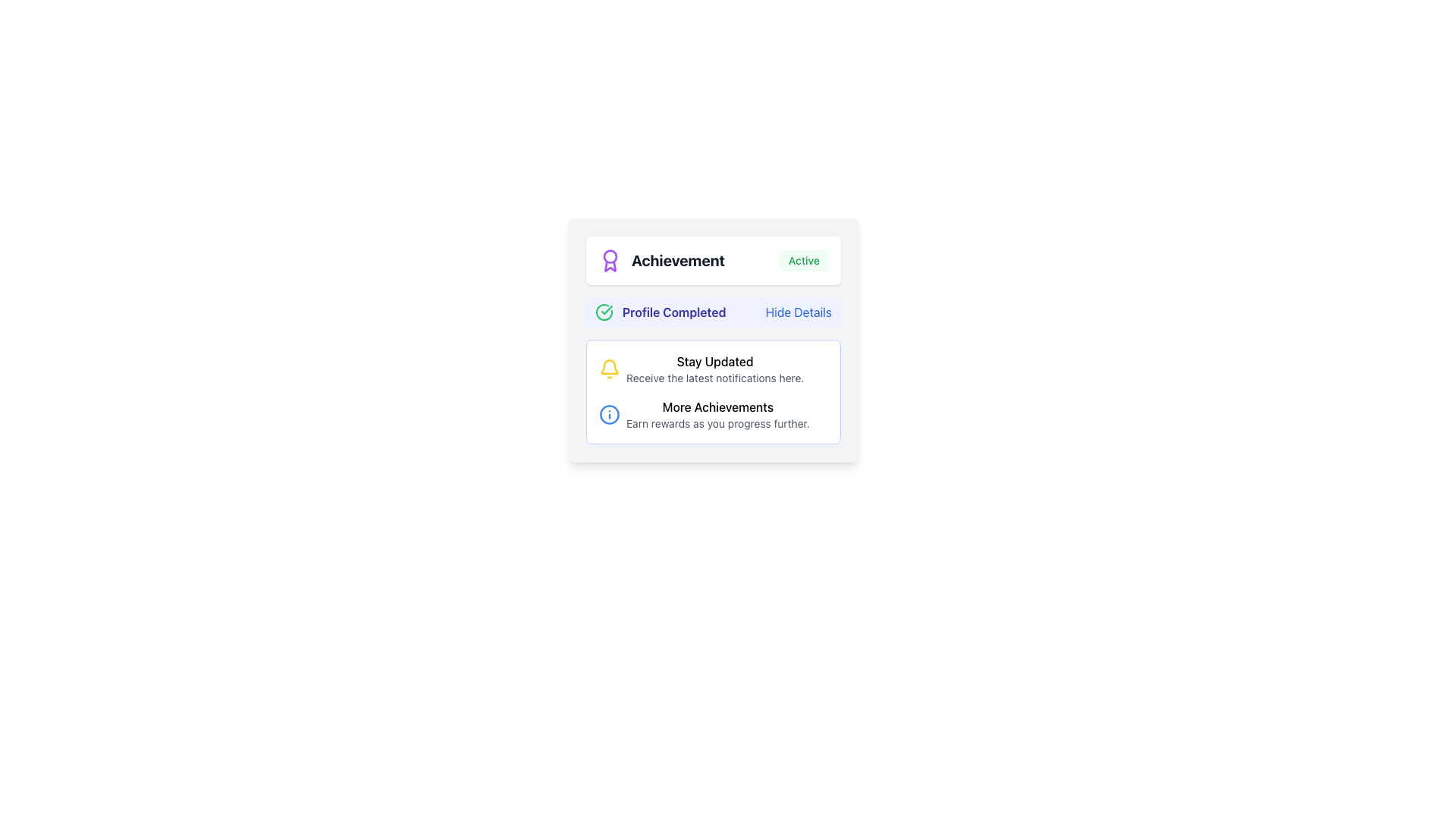 The width and height of the screenshot is (1456, 819). What do you see at coordinates (610, 256) in the screenshot?
I see `the circular icon outlined in purple with a white fill, located at the top-left corner of the card titled 'Achievement'` at bounding box center [610, 256].